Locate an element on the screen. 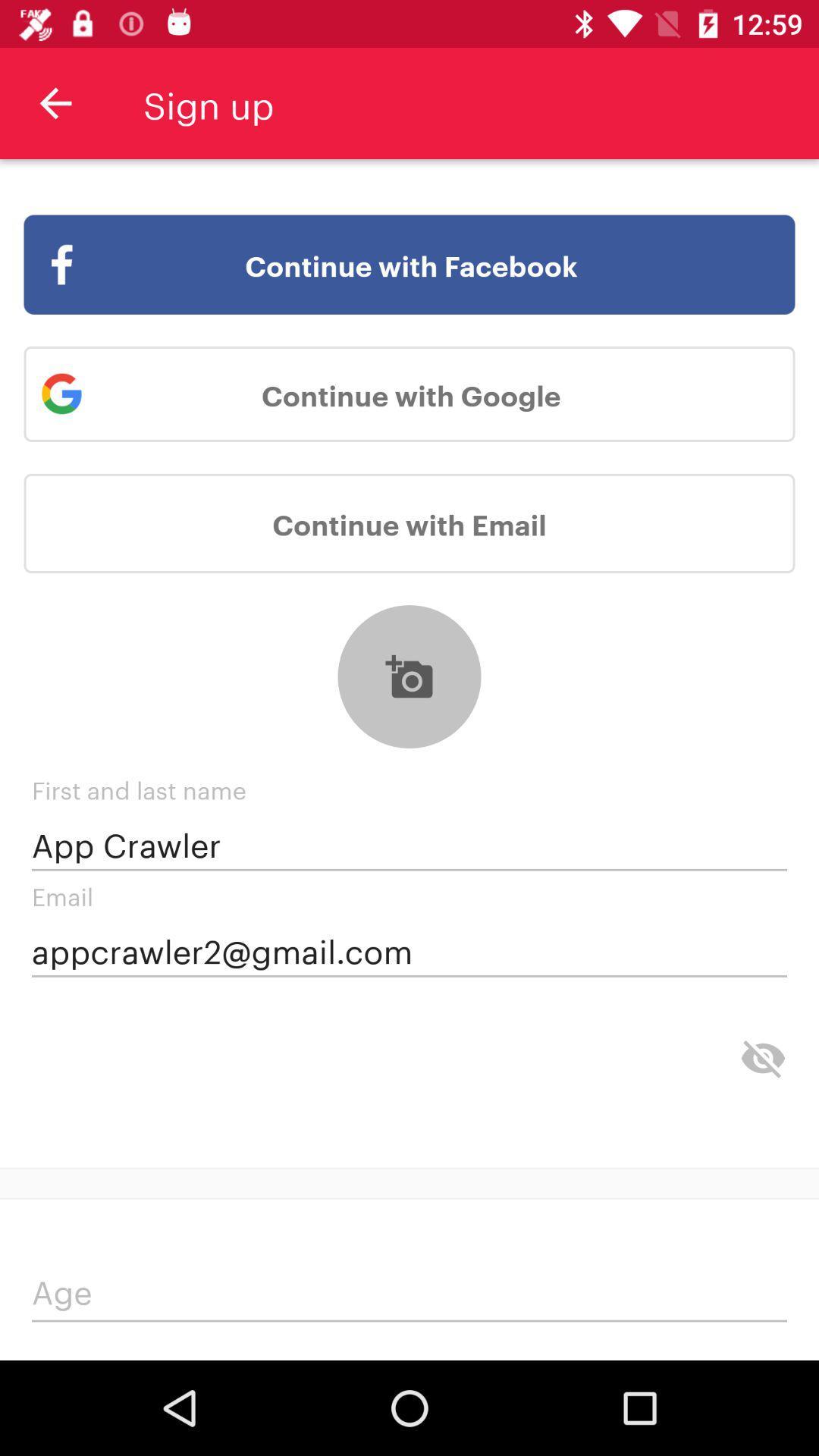  the visibility icon is located at coordinates (763, 1058).